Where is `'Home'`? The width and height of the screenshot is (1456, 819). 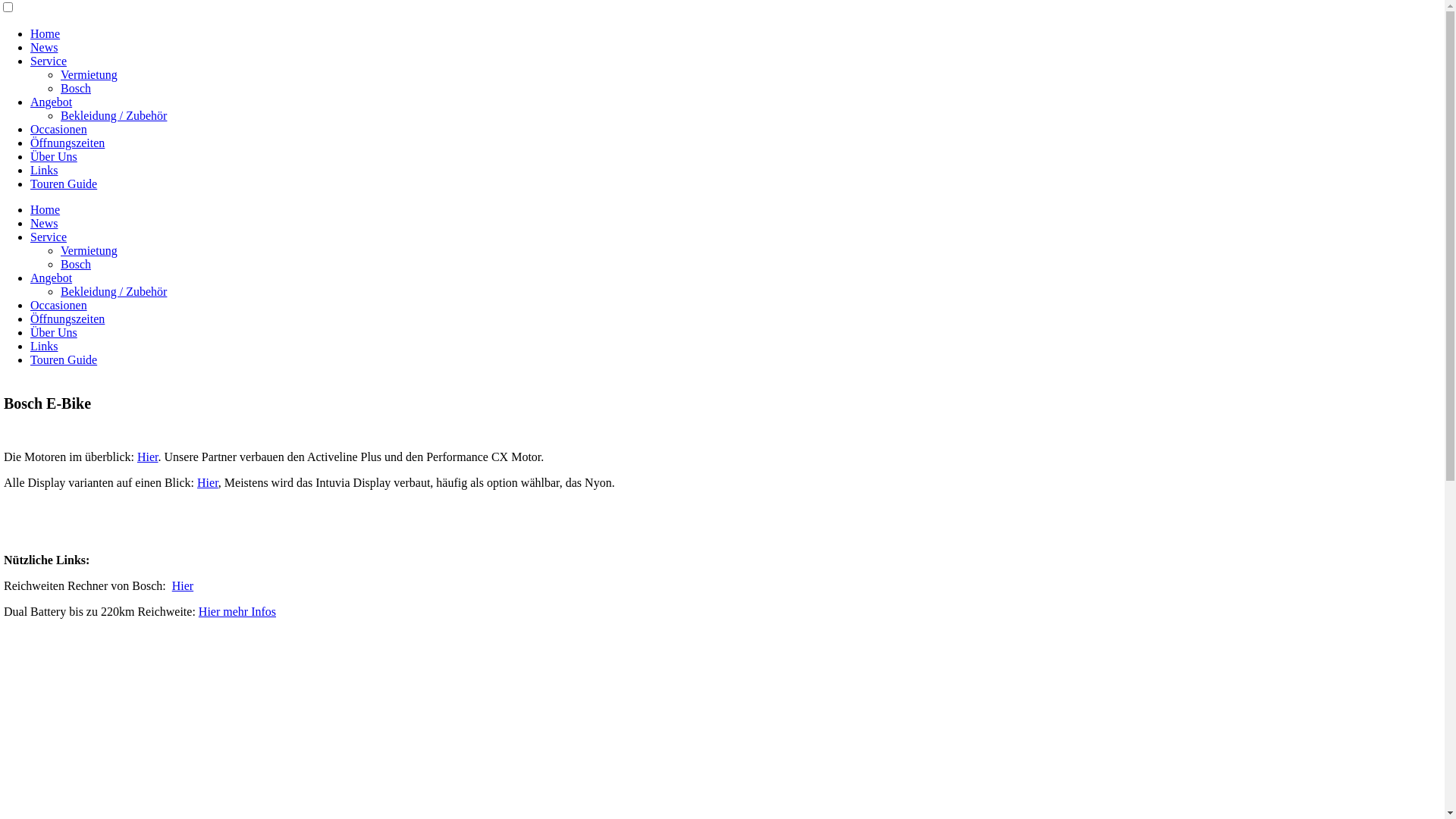 'Home' is located at coordinates (45, 209).